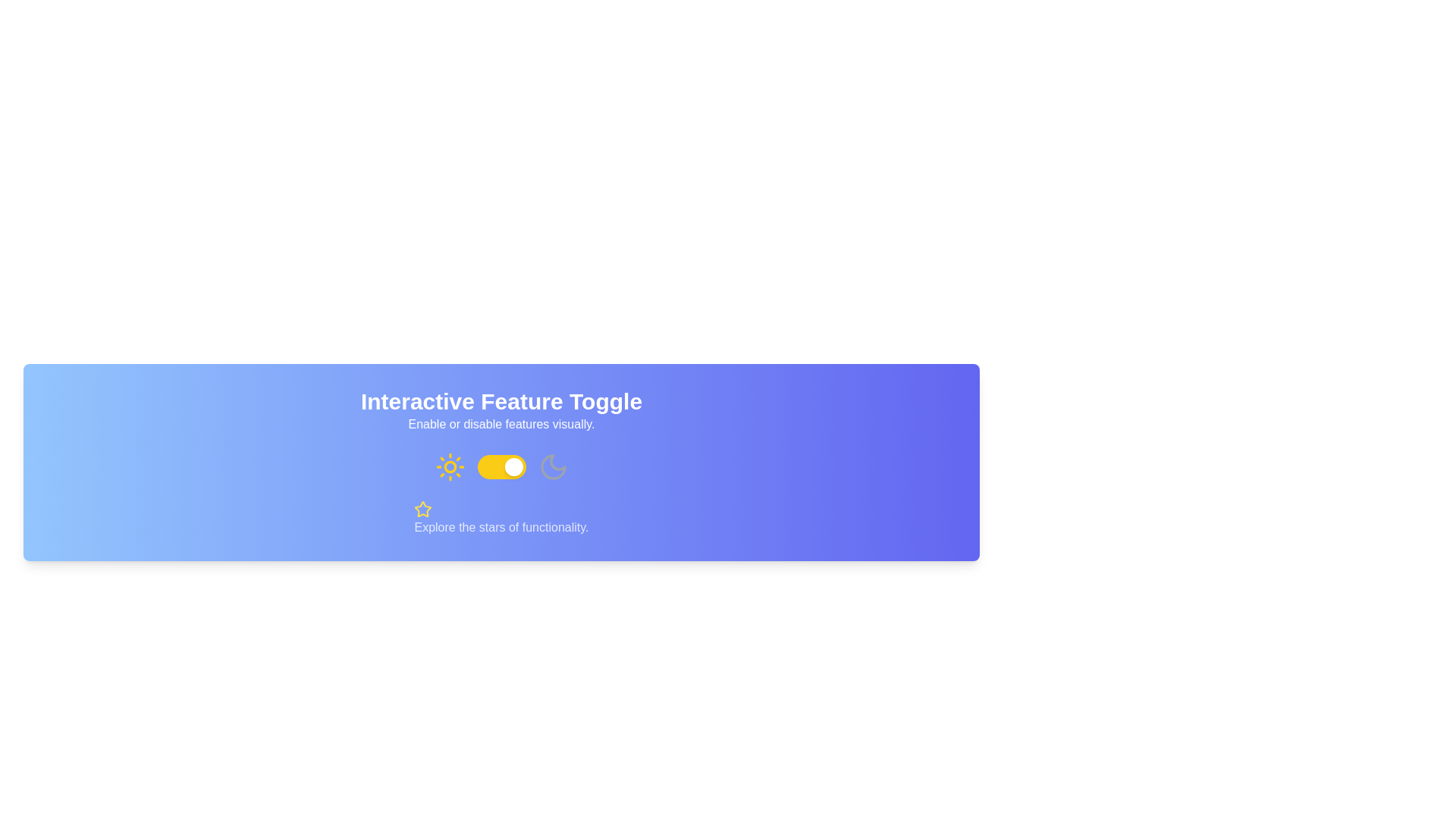 Image resolution: width=1456 pixels, height=819 pixels. What do you see at coordinates (423, 509) in the screenshot?
I see `the star-shaped icon with a yellow outline located on the blue gradient background, positioned below the toggle switch, to interact or trigger a response` at bounding box center [423, 509].